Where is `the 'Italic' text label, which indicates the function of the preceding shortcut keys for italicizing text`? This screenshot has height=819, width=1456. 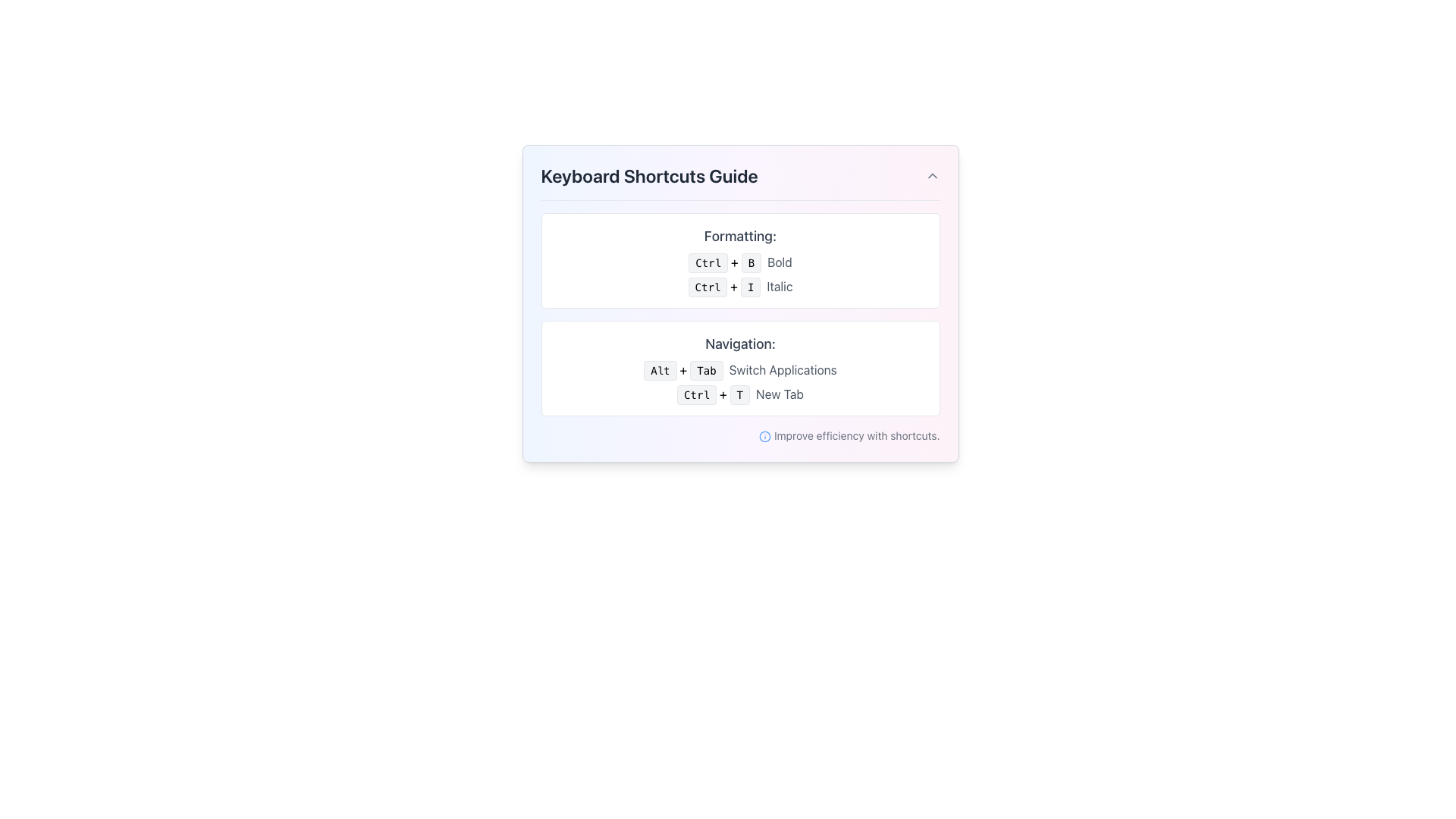 the 'Italic' text label, which indicates the function of the preceding shortcut keys for italicizing text is located at coordinates (780, 287).